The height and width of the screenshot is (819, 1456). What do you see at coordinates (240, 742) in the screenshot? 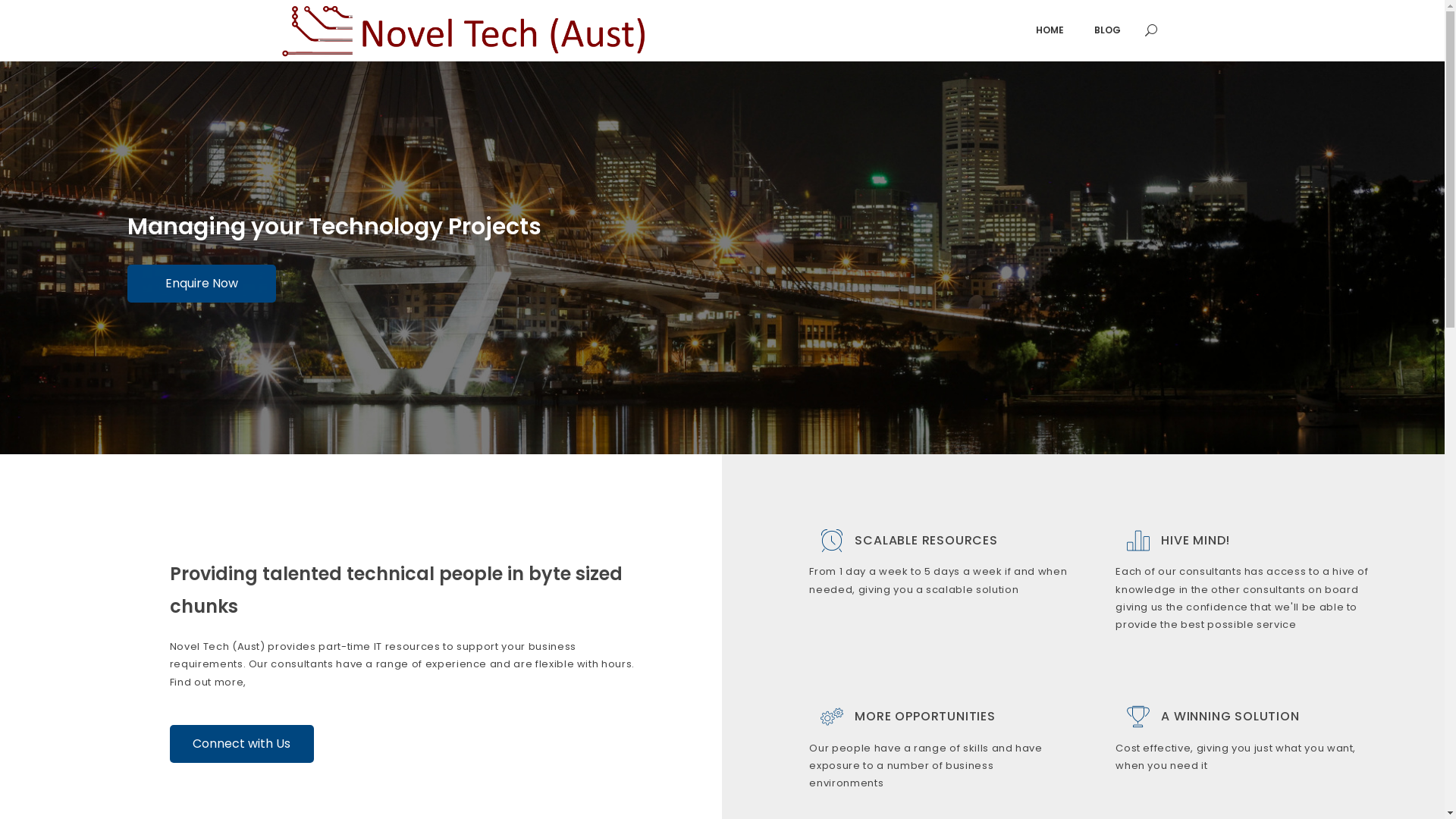
I see `'Connect with Us'` at bounding box center [240, 742].